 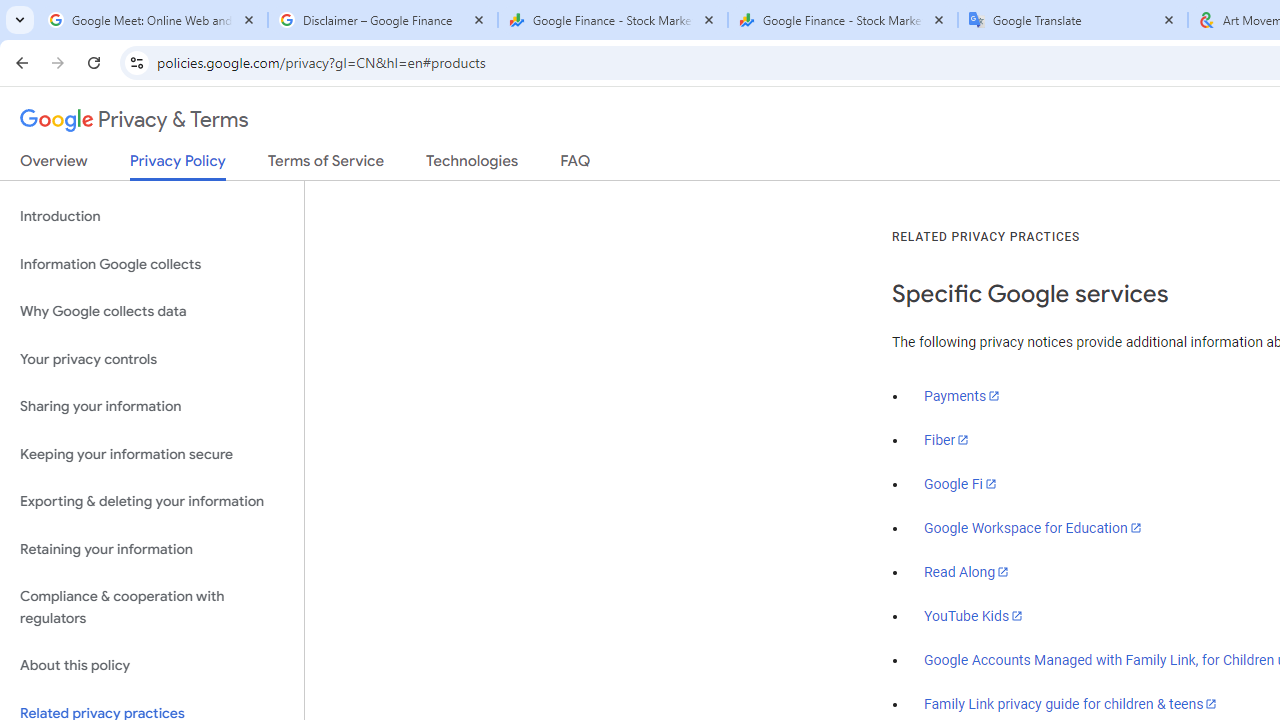 I want to click on 'Family Link privacy guide for children & teens', so click(x=1070, y=702).